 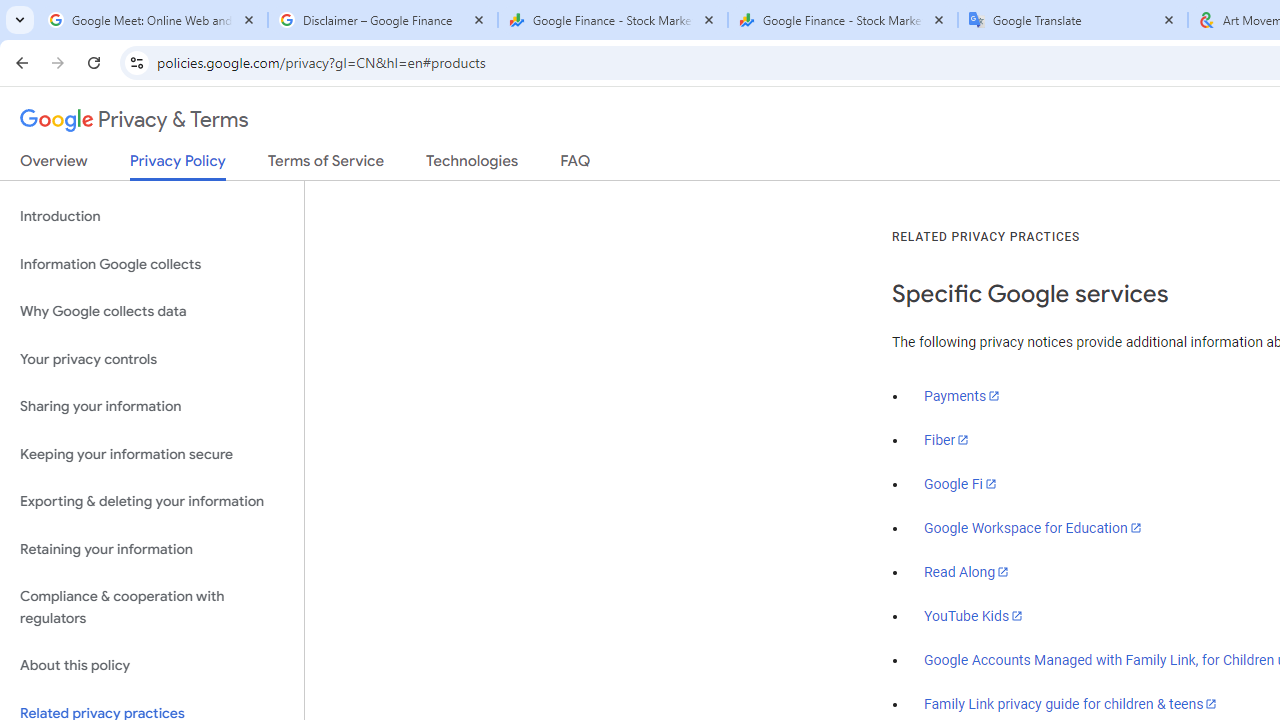 I want to click on 'Family Link privacy guide for children & teens', so click(x=1070, y=702).